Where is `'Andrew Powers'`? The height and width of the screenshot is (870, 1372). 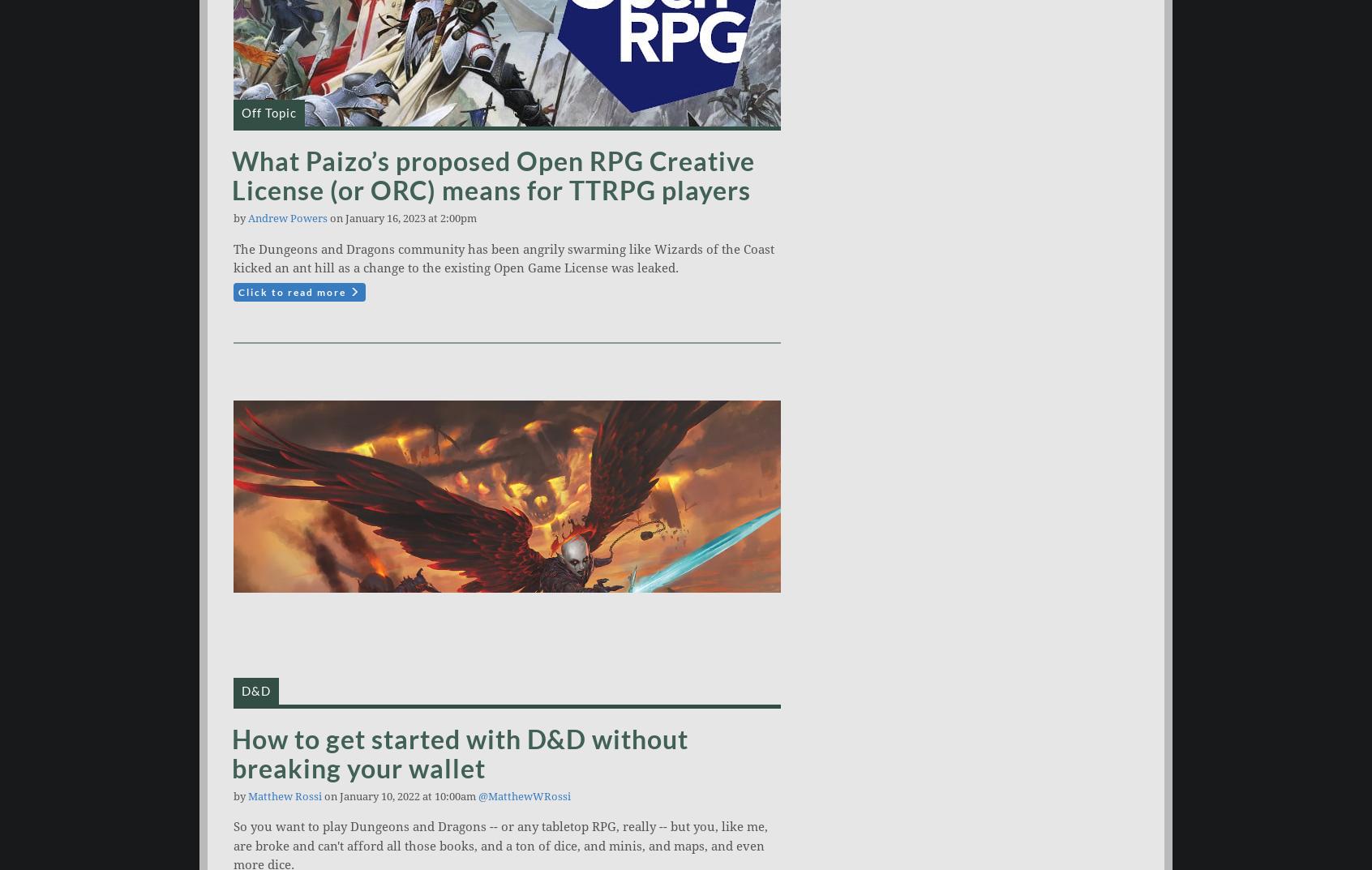
'Andrew Powers' is located at coordinates (287, 217).